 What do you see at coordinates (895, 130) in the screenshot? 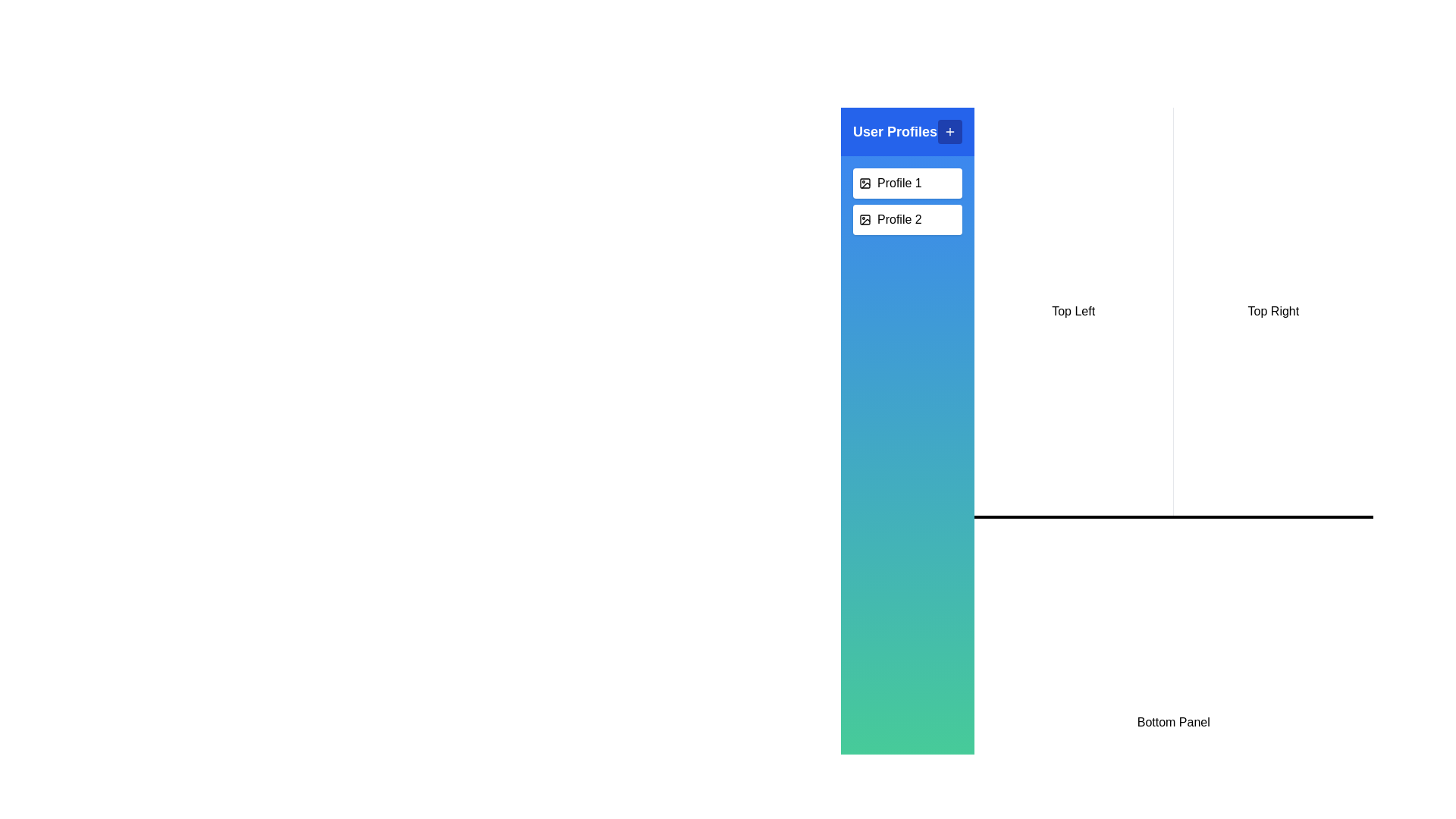
I see `the user profile section label, which serves as a title or heading adjacent to the plus symbol icon` at bounding box center [895, 130].